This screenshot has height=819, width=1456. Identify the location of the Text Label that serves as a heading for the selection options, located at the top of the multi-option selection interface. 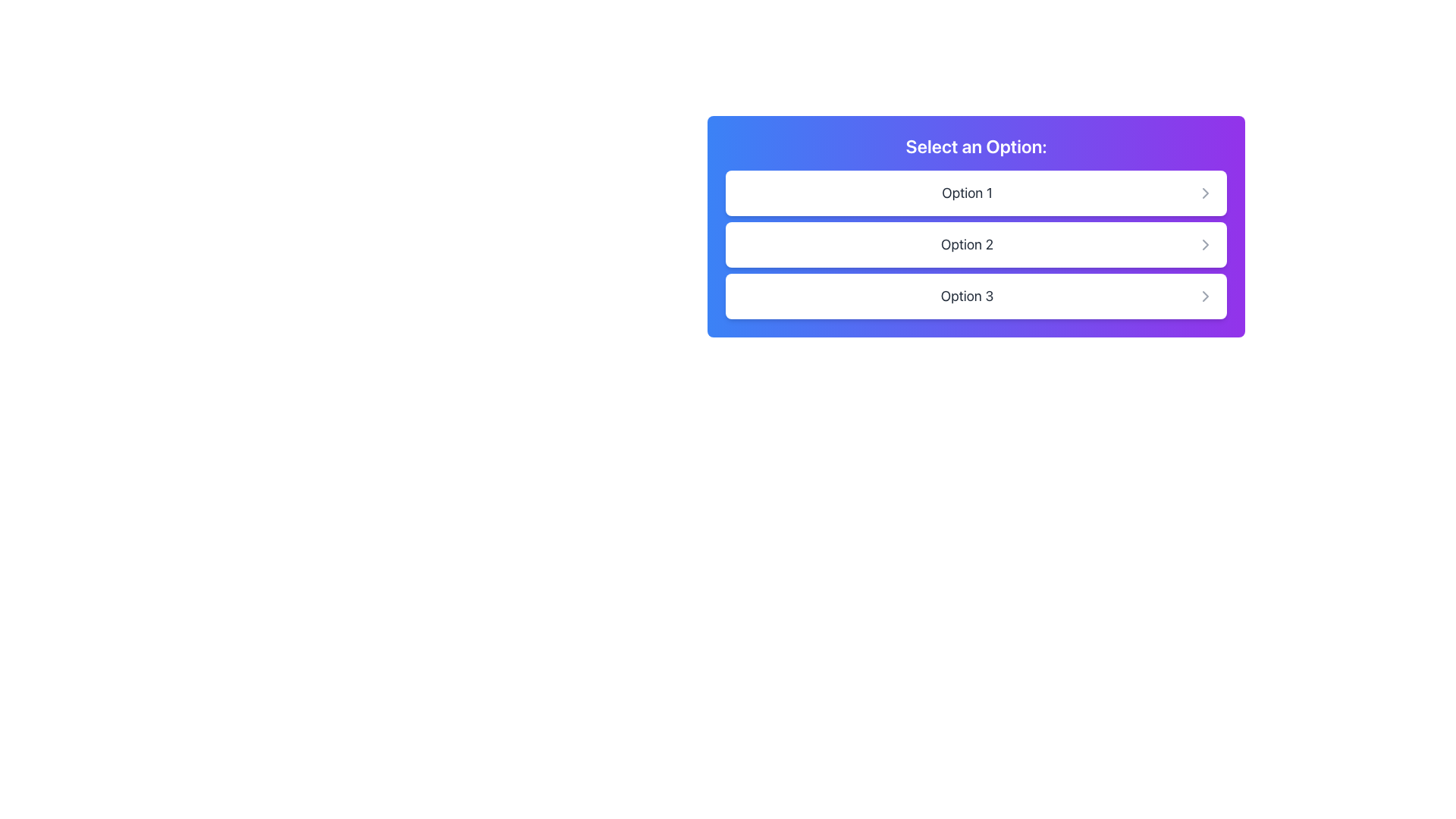
(976, 146).